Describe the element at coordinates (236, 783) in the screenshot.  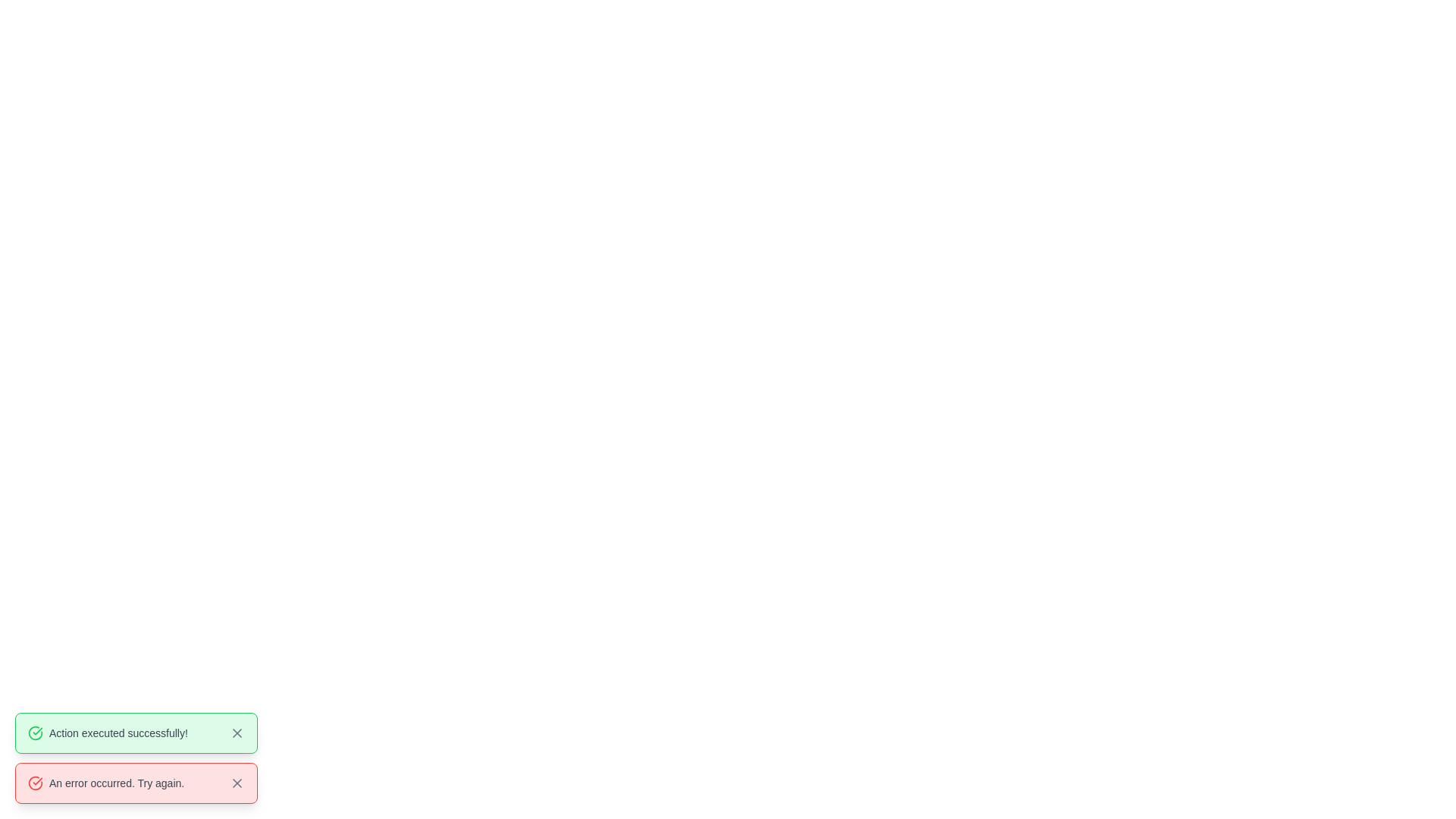
I see `the close button located at the top-right corner of the alert box that contains the text 'An error occurred. Try again.'` at that location.